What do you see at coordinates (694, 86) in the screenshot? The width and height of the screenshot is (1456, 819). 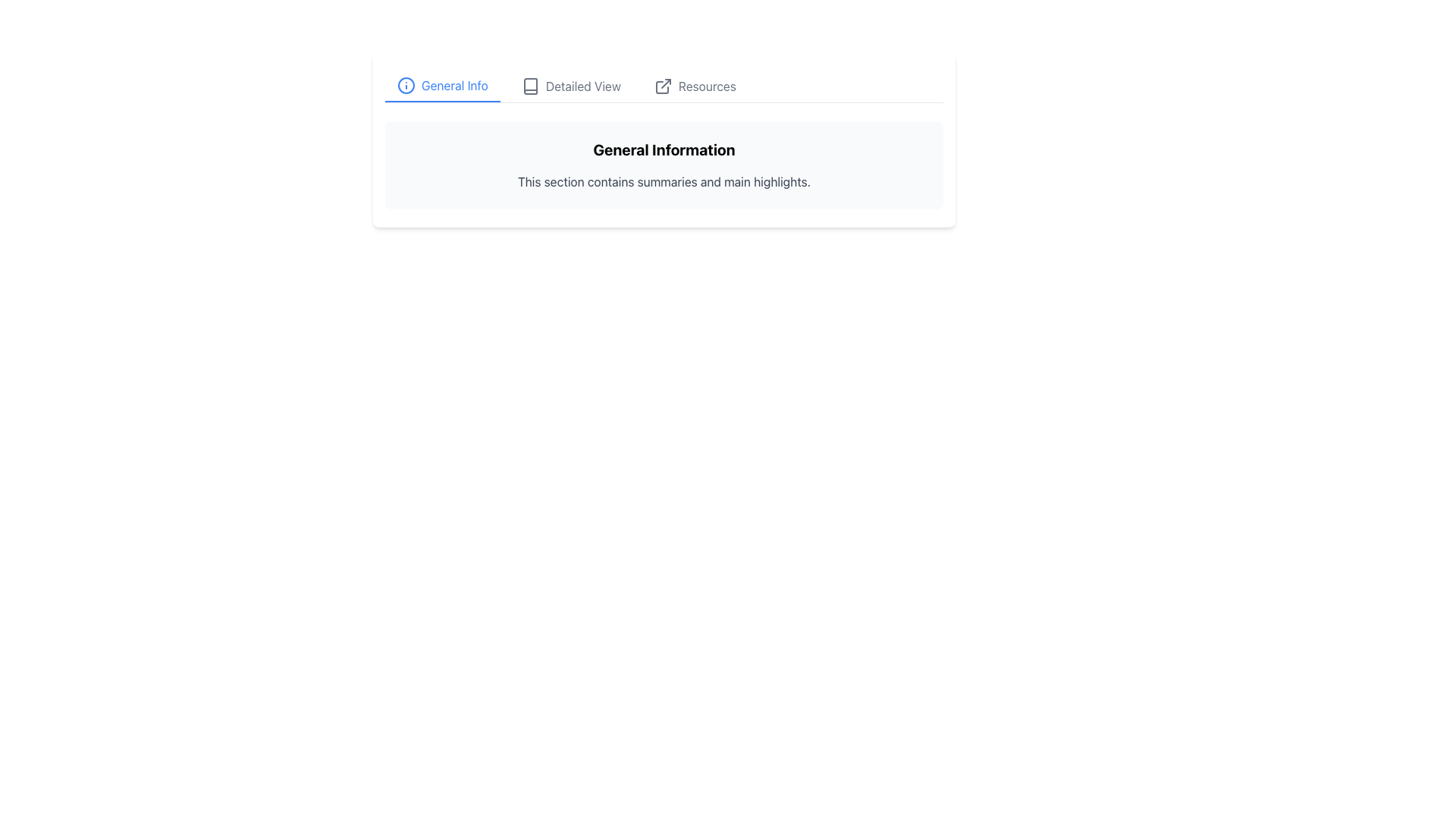 I see `the 'Resources' Tab with Icon` at bounding box center [694, 86].